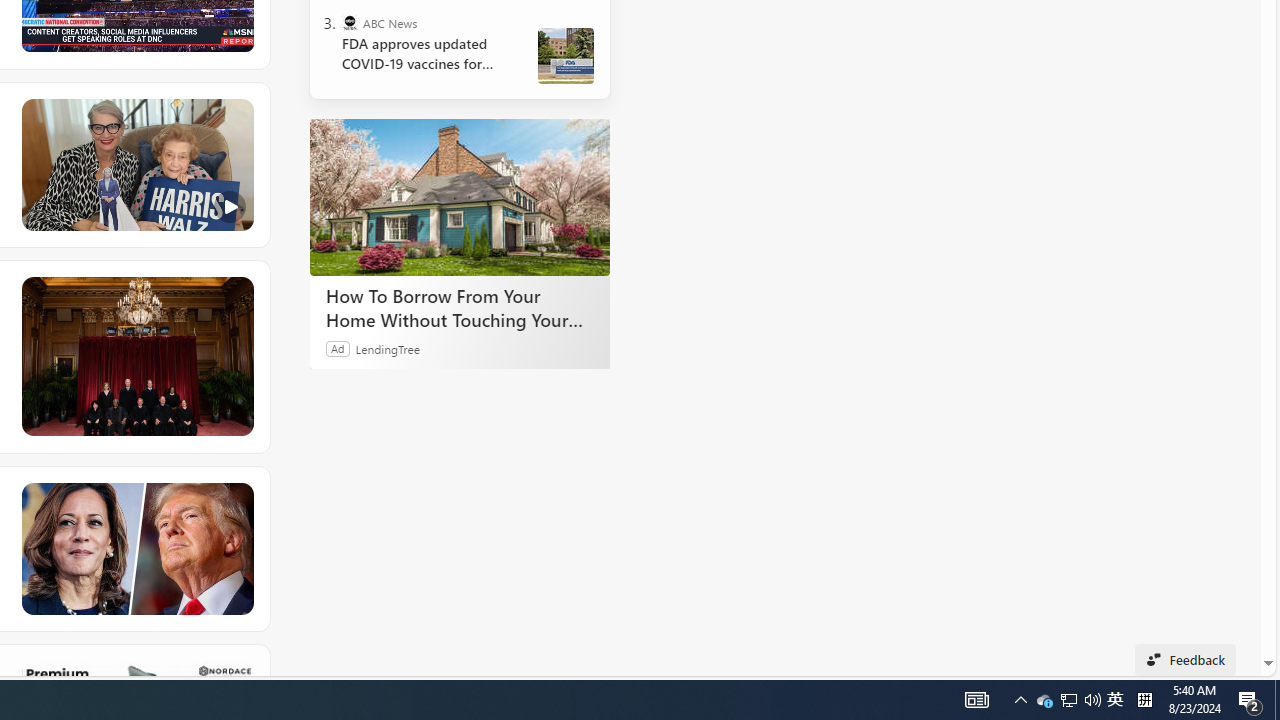 This screenshot has width=1280, height=720. What do you see at coordinates (350, 23) in the screenshot?
I see `'ABC News'` at bounding box center [350, 23].